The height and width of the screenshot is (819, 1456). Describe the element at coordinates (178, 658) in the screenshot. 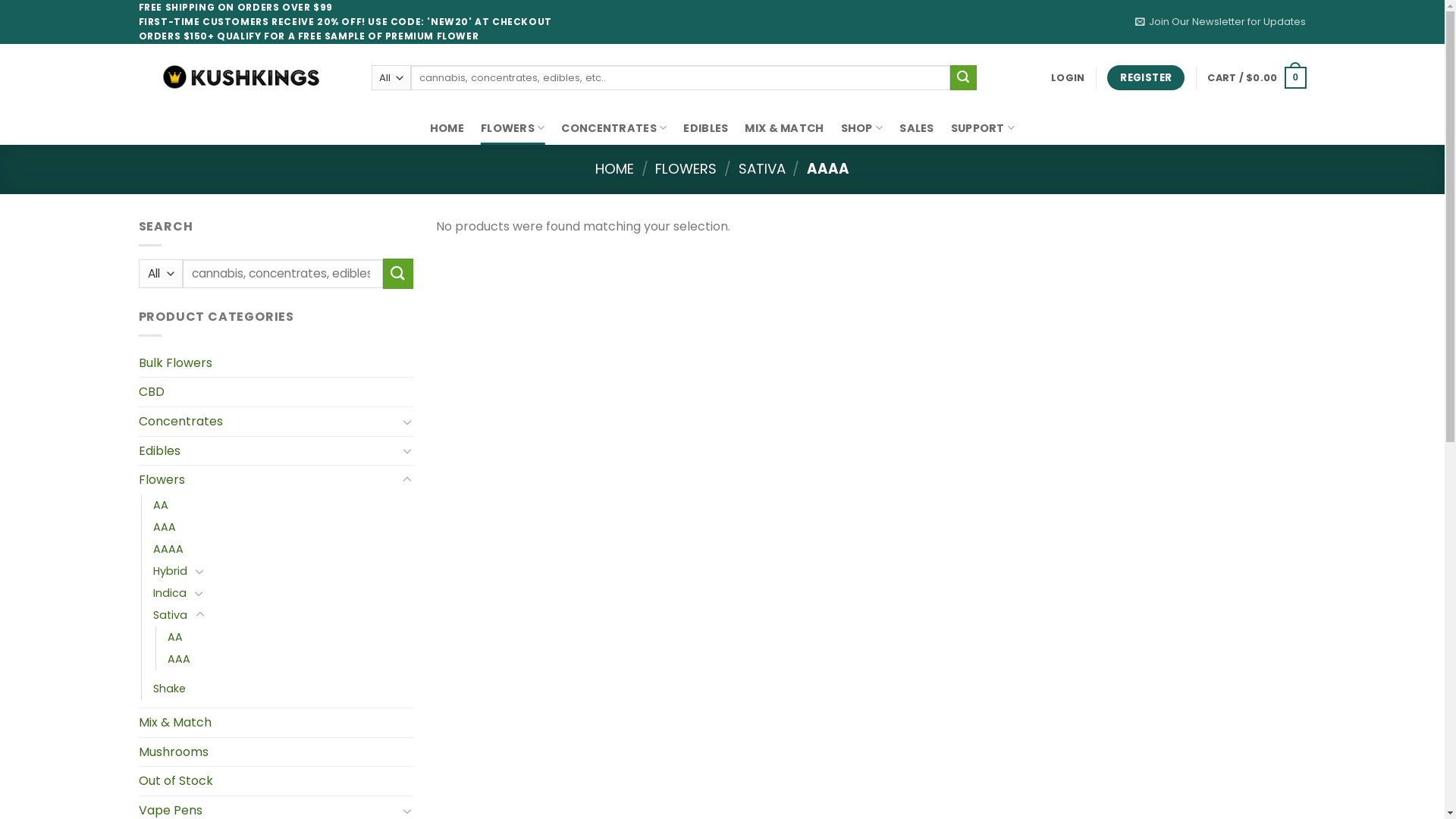

I see `'AAA'` at that location.